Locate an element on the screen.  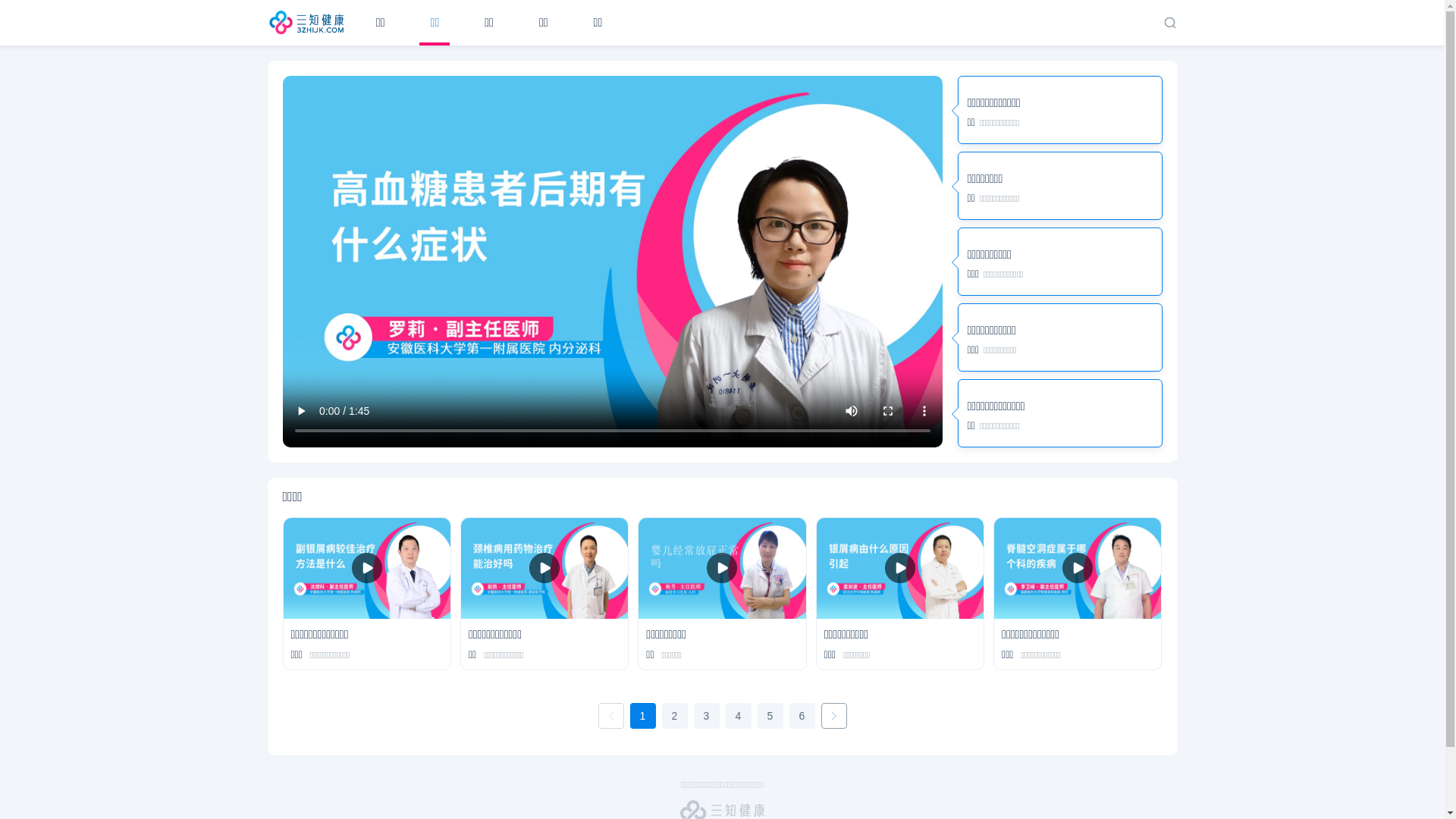
'6' is located at coordinates (789, 716).